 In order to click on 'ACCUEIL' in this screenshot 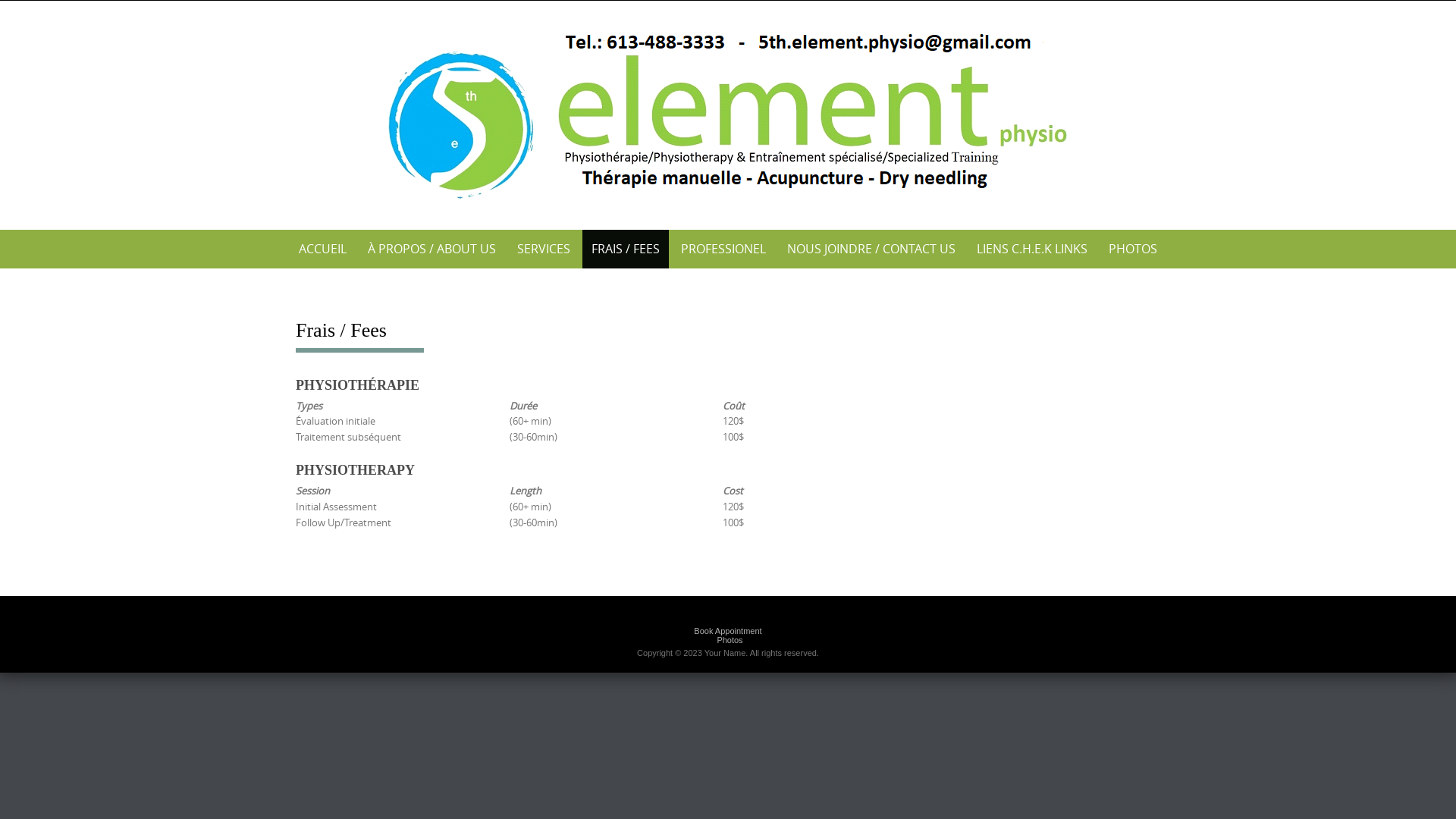, I will do `click(322, 248)`.